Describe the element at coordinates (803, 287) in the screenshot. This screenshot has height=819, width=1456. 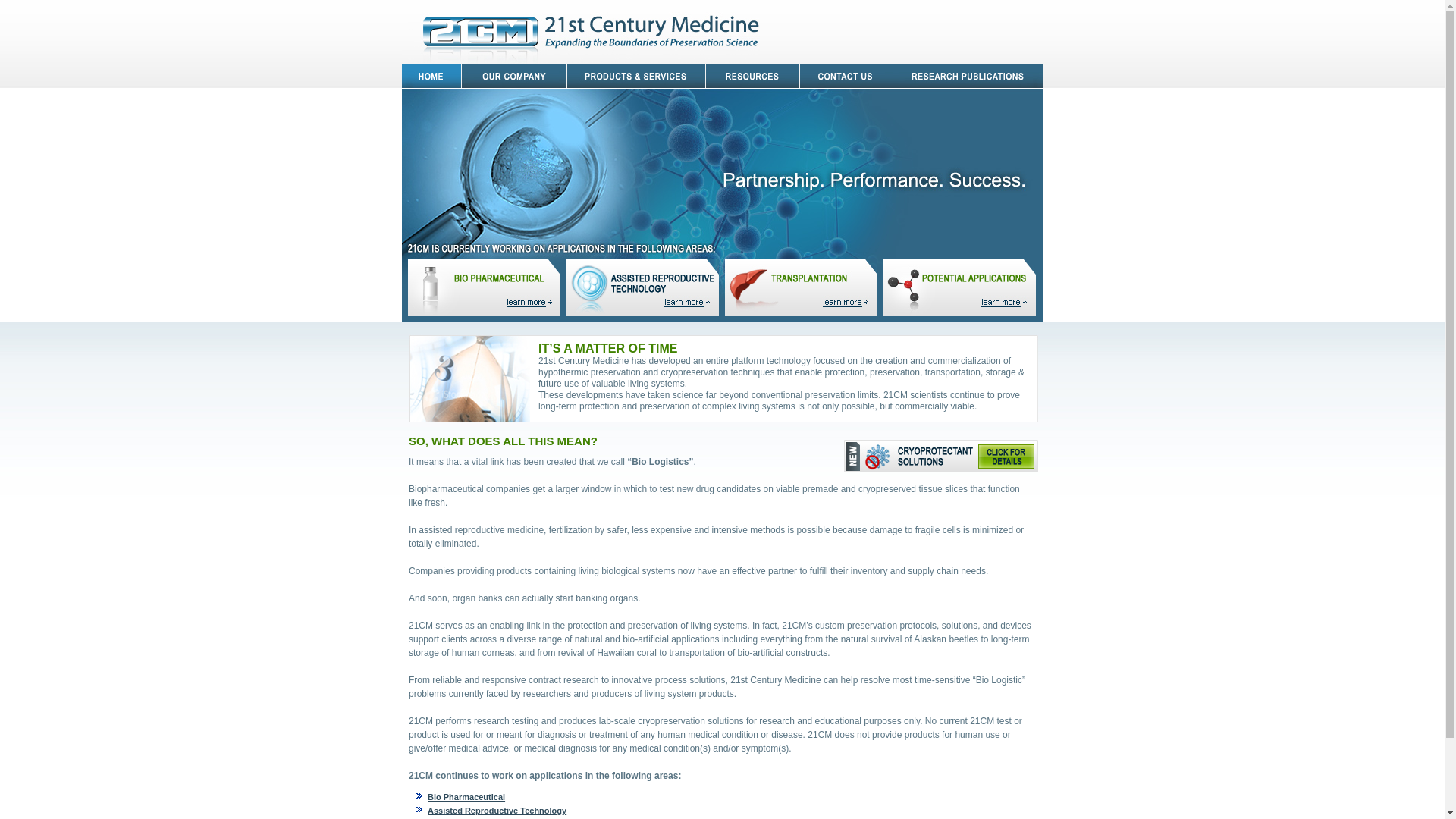
I see `'Transplantation'` at that location.